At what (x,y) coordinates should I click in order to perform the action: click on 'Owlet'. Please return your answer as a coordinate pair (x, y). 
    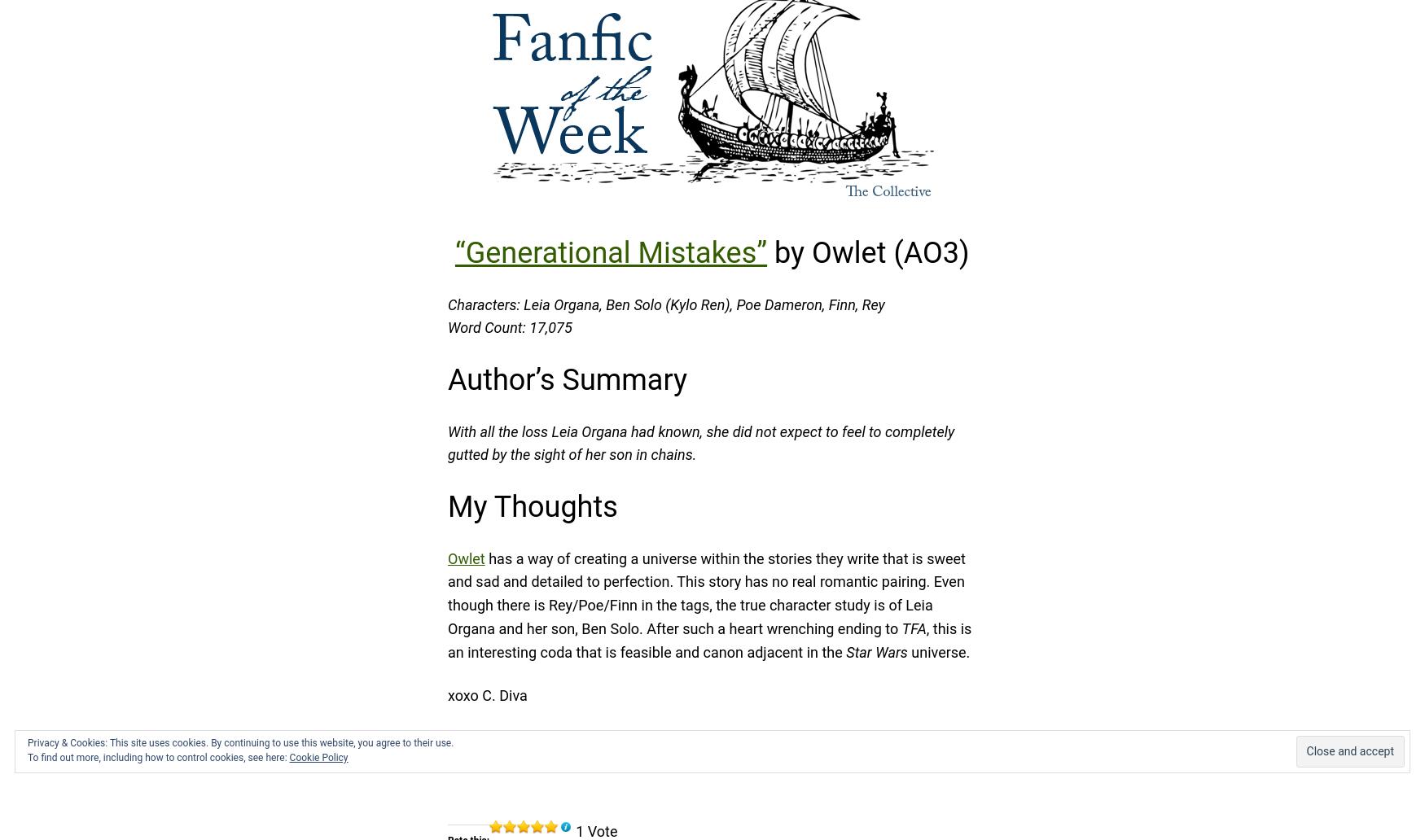
    Looking at the image, I should click on (466, 557).